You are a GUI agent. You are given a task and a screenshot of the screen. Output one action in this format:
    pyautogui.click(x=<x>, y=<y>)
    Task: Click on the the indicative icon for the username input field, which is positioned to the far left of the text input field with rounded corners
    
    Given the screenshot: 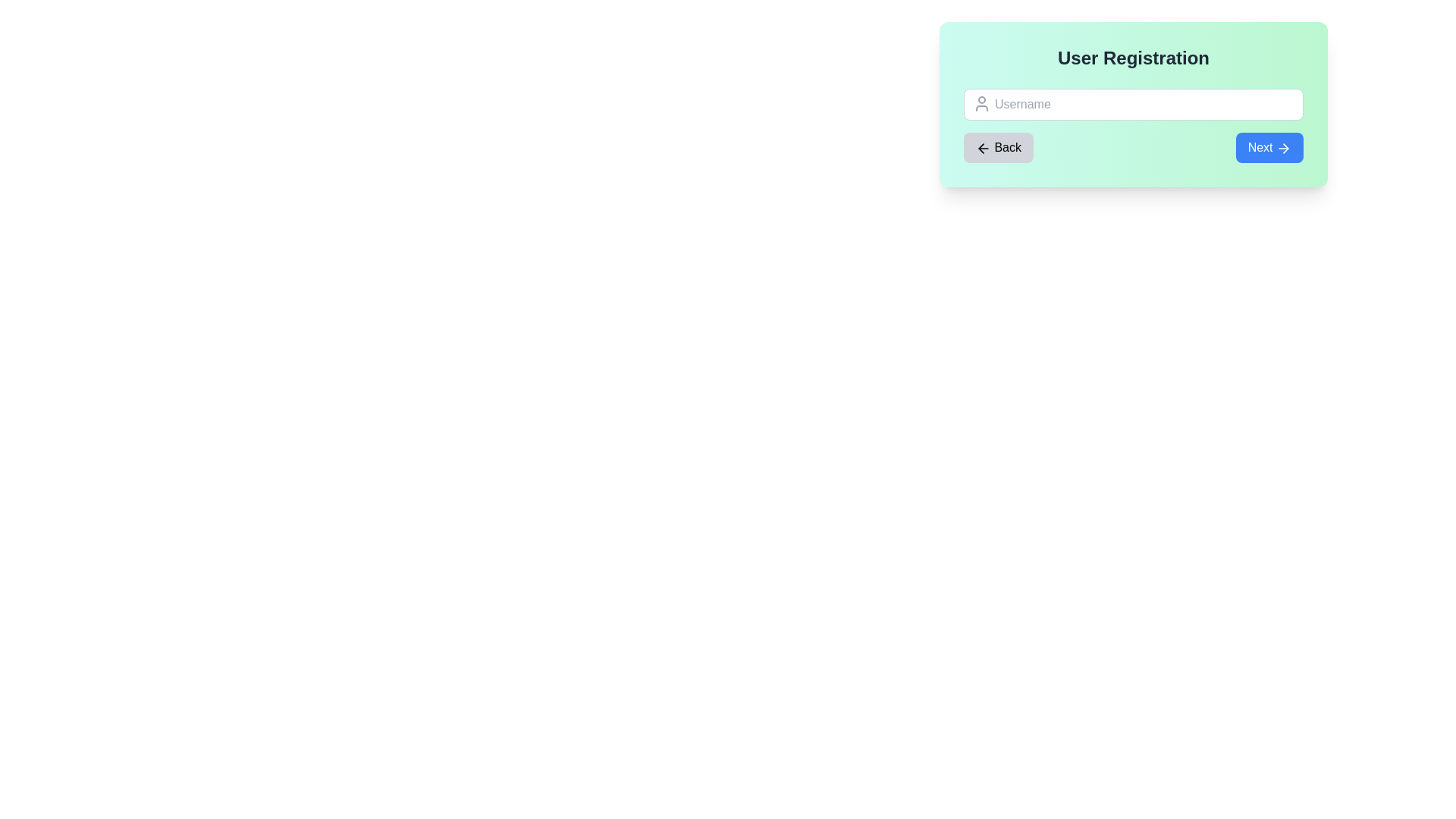 What is the action you would take?
    pyautogui.click(x=982, y=103)
    